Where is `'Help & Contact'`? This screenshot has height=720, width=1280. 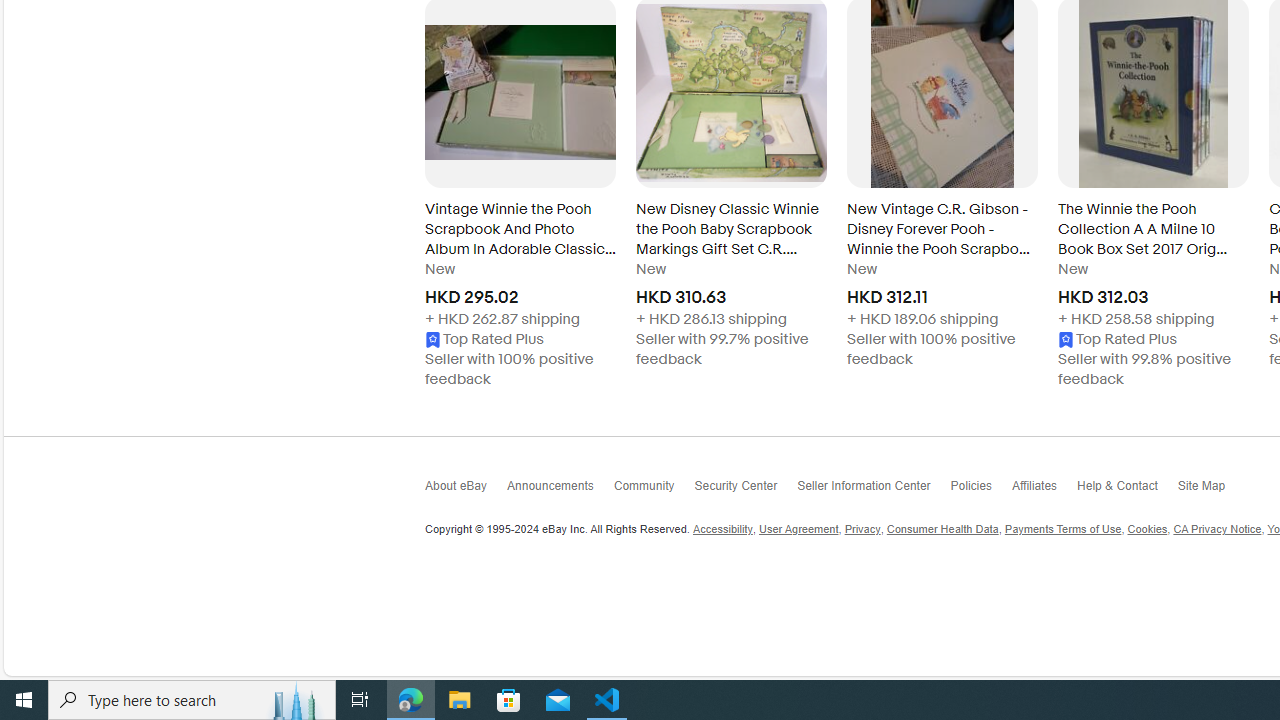
'Help & Contact' is located at coordinates (1127, 490).